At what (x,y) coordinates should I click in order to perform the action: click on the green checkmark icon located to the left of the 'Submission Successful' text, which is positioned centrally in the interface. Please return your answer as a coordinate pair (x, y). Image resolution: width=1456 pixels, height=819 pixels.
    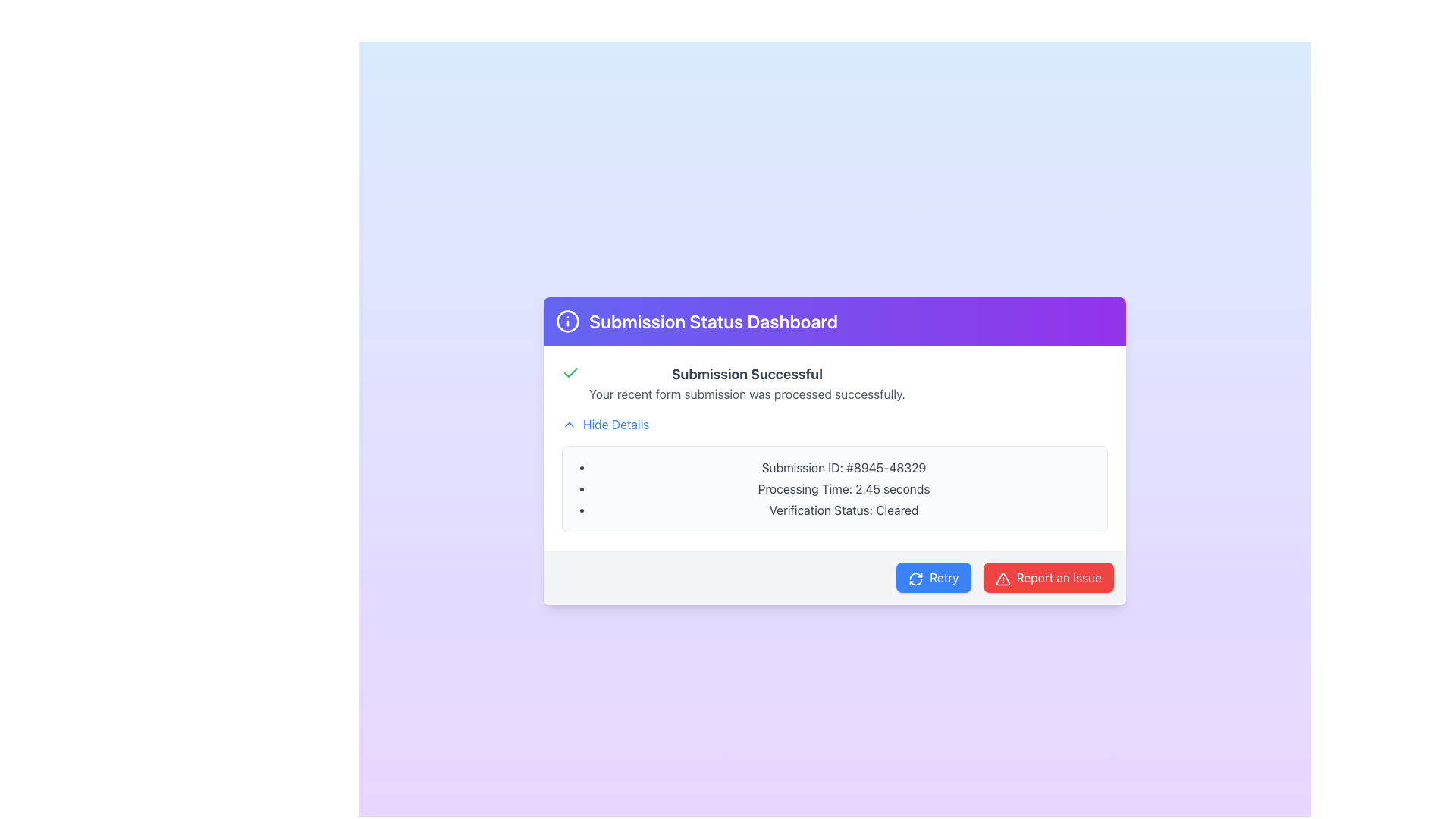
    Looking at the image, I should click on (570, 373).